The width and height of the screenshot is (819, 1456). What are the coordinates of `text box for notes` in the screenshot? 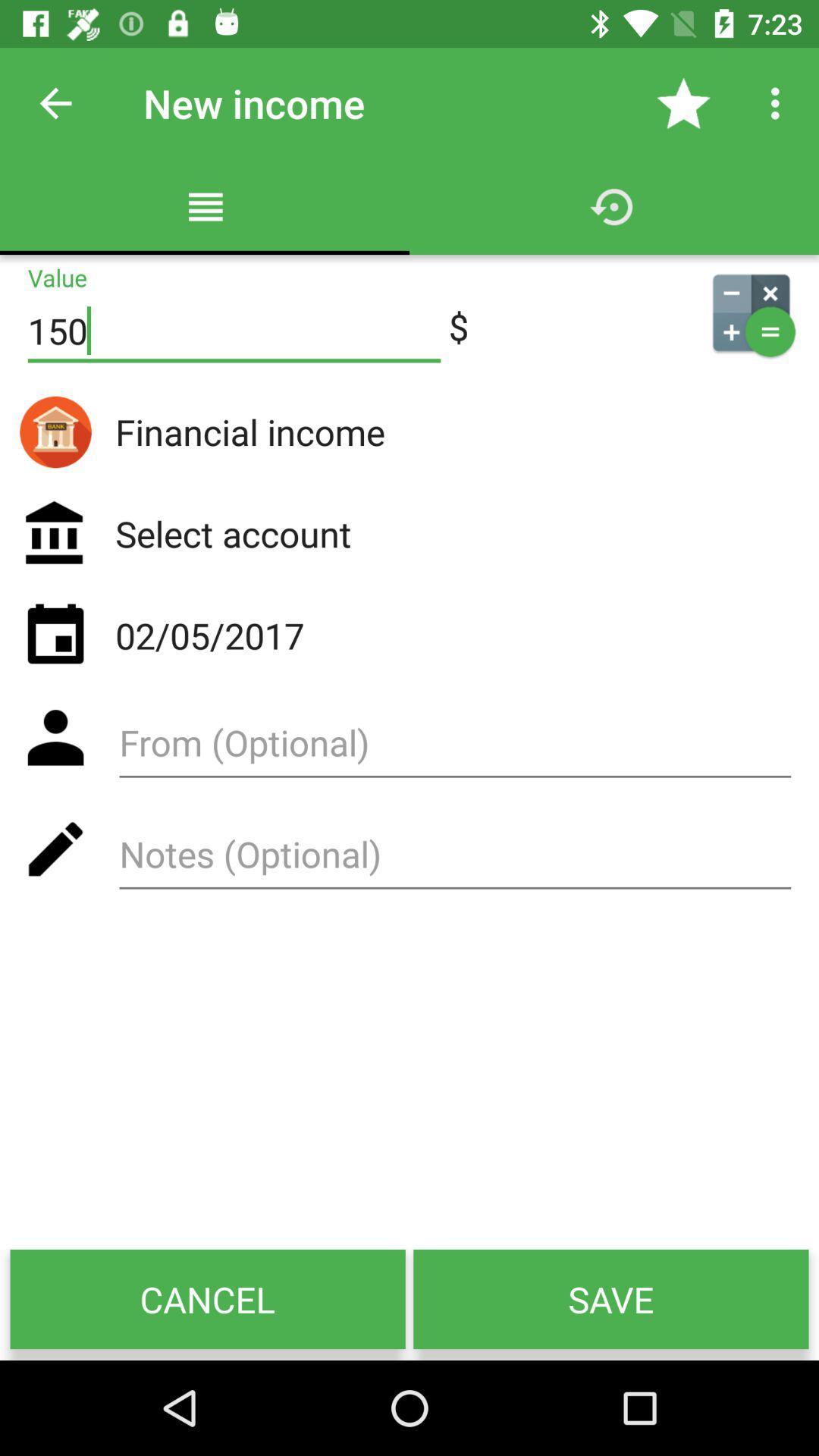 It's located at (454, 859).